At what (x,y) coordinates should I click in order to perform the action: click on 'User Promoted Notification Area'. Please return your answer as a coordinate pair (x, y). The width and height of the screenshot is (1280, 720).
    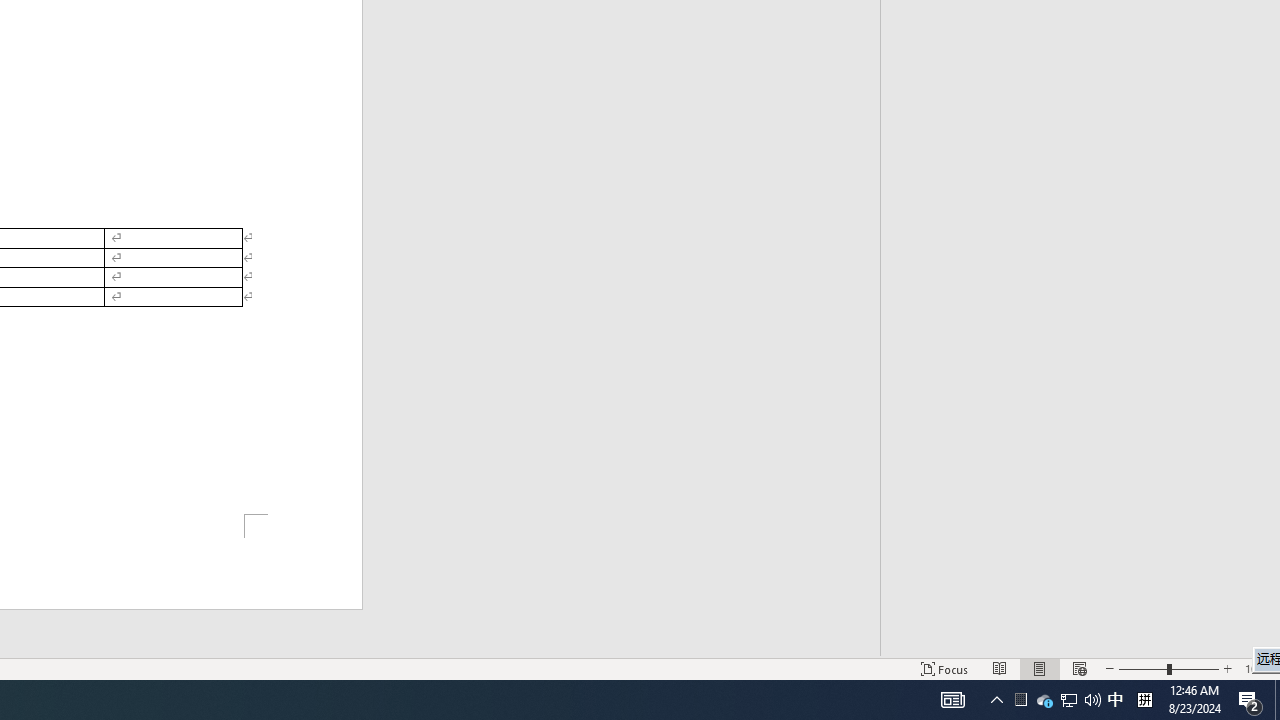
    Looking at the image, I should click on (1020, 698).